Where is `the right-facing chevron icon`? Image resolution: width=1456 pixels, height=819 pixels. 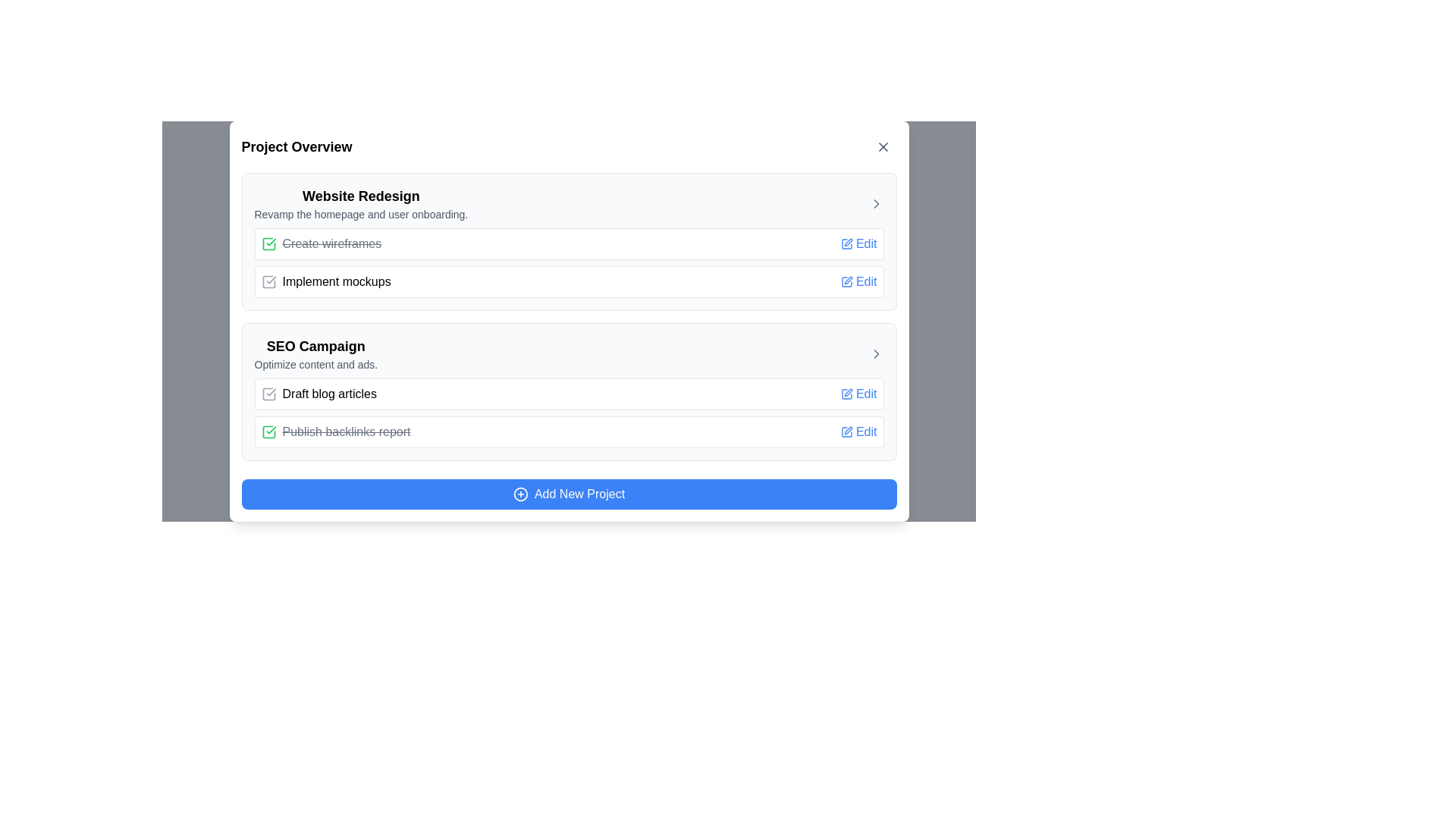 the right-facing chevron icon is located at coordinates (876, 353).